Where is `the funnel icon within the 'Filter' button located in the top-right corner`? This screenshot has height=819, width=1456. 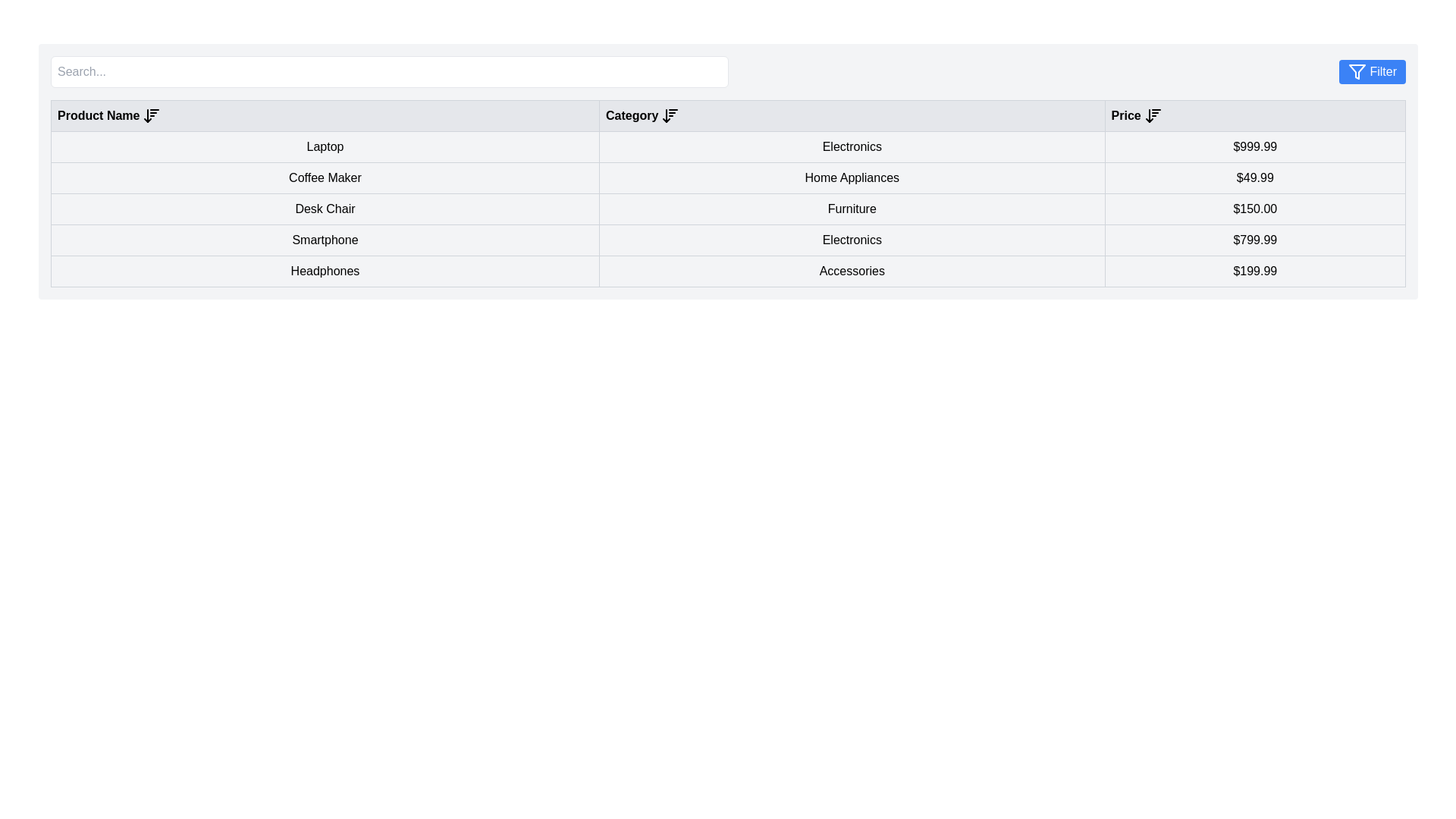
the funnel icon within the 'Filter' button located in the top-right corner is located at coordinates (1357, 72).